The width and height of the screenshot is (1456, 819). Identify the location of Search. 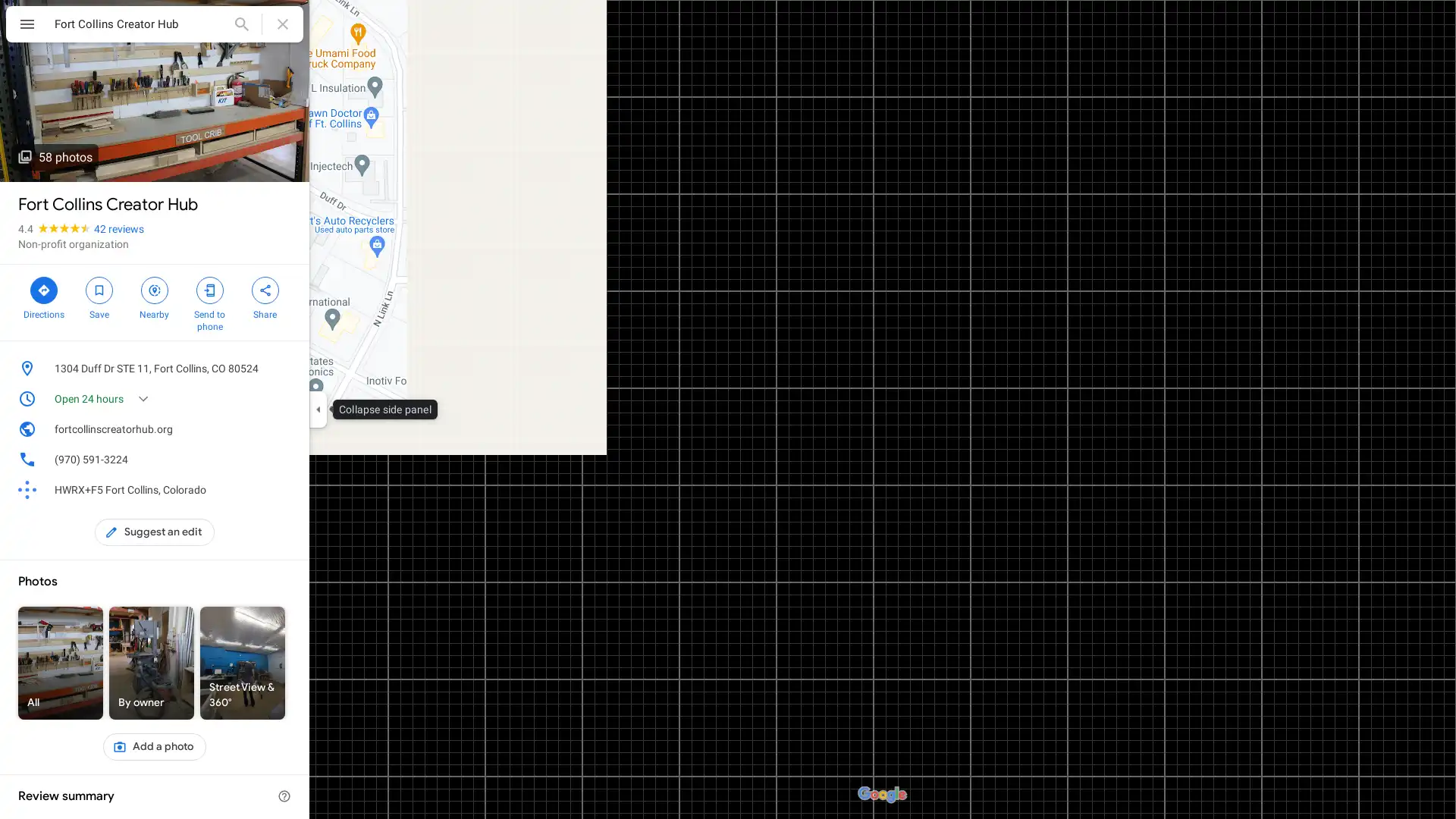
(240, 24).